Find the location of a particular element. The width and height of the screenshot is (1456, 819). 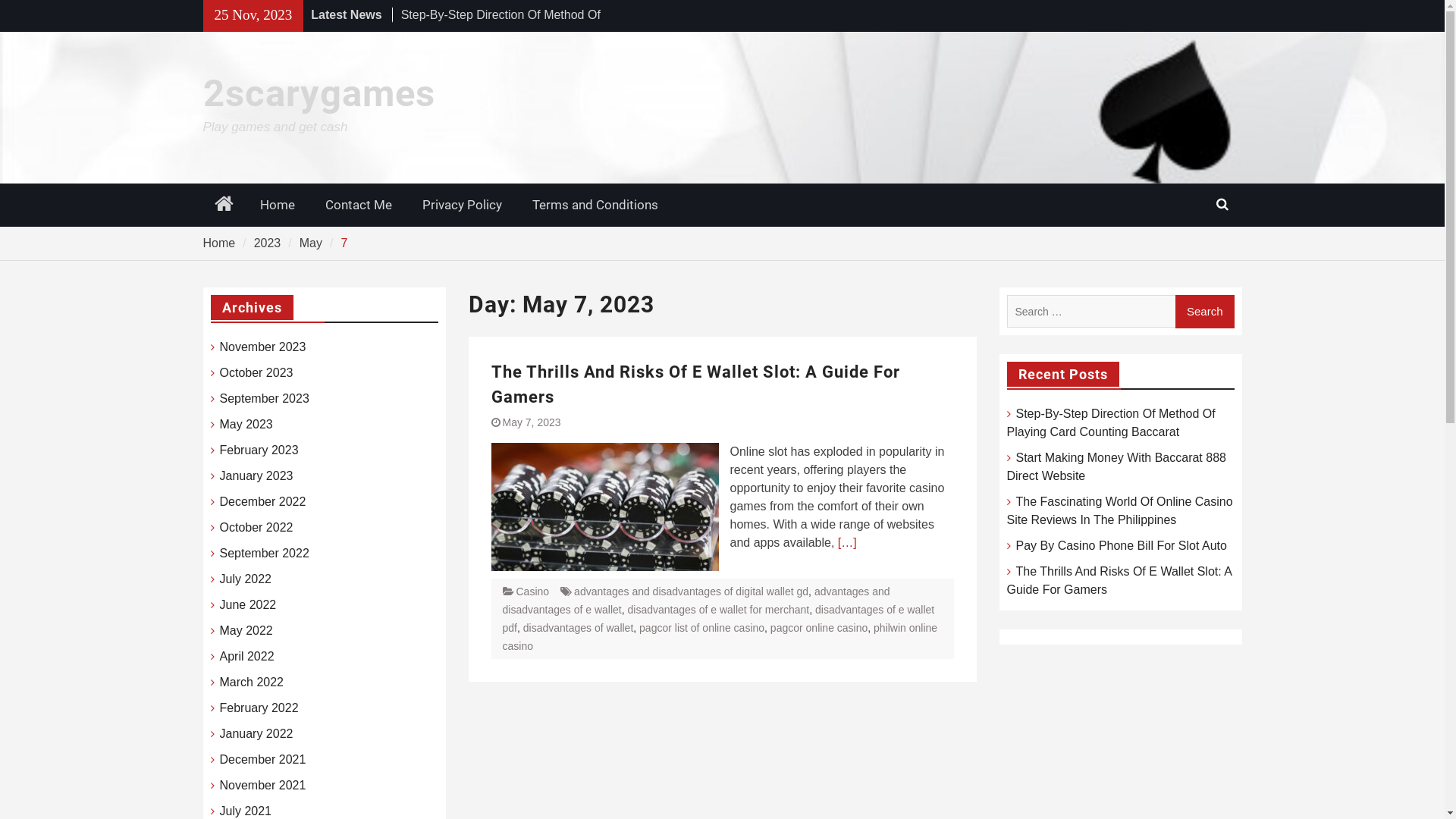

'disadvantages of e wallet pdf' is located at coordinates (717, 619).